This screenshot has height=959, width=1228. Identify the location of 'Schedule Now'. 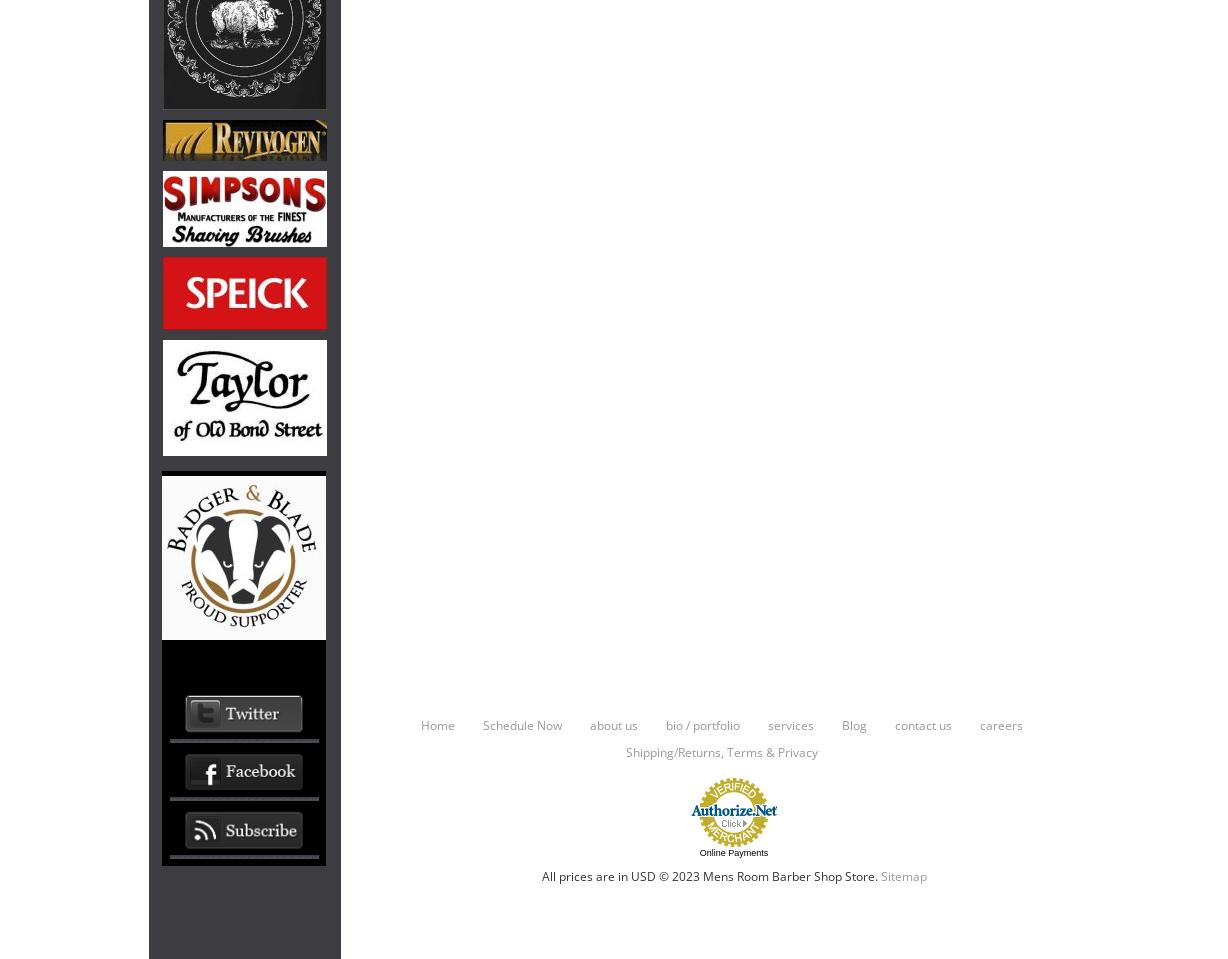
(520, 723).